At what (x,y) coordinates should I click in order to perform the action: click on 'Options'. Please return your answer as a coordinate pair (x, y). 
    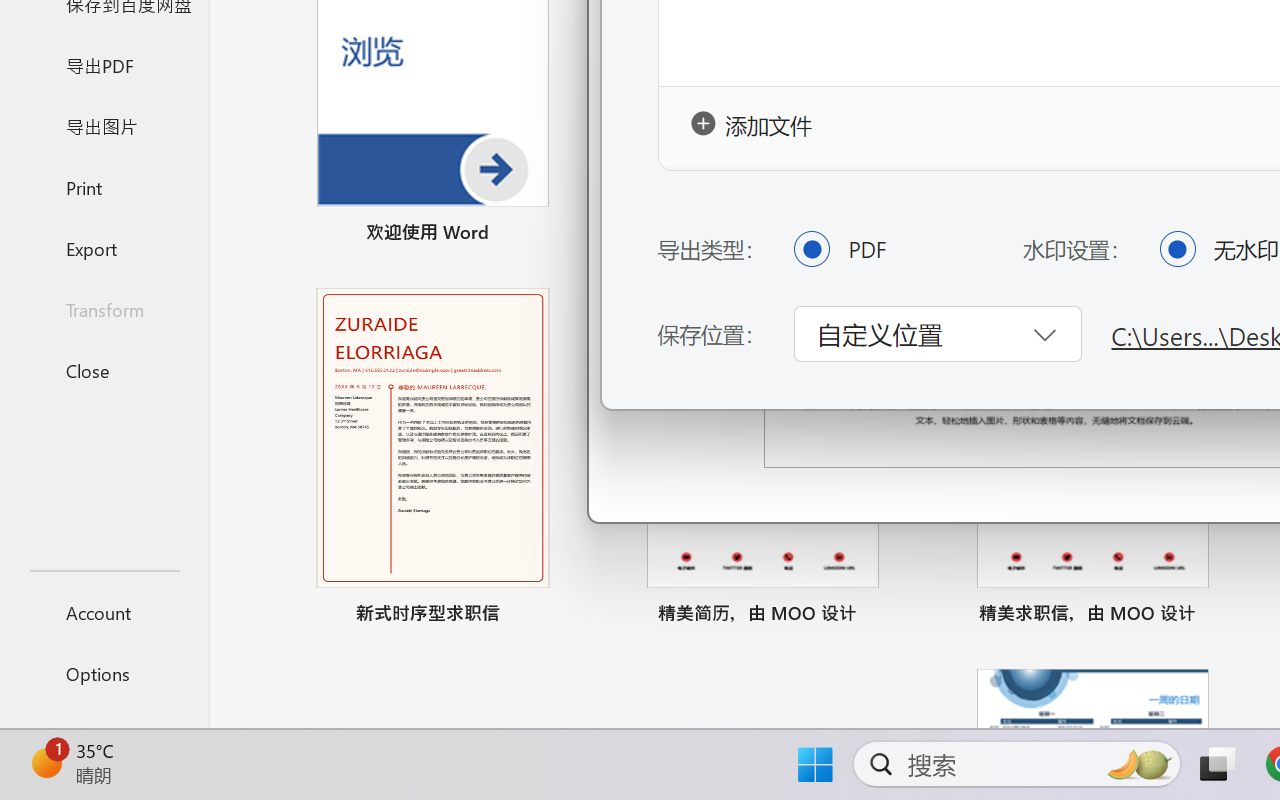
    Looking at the image, I should click on (103, 673).